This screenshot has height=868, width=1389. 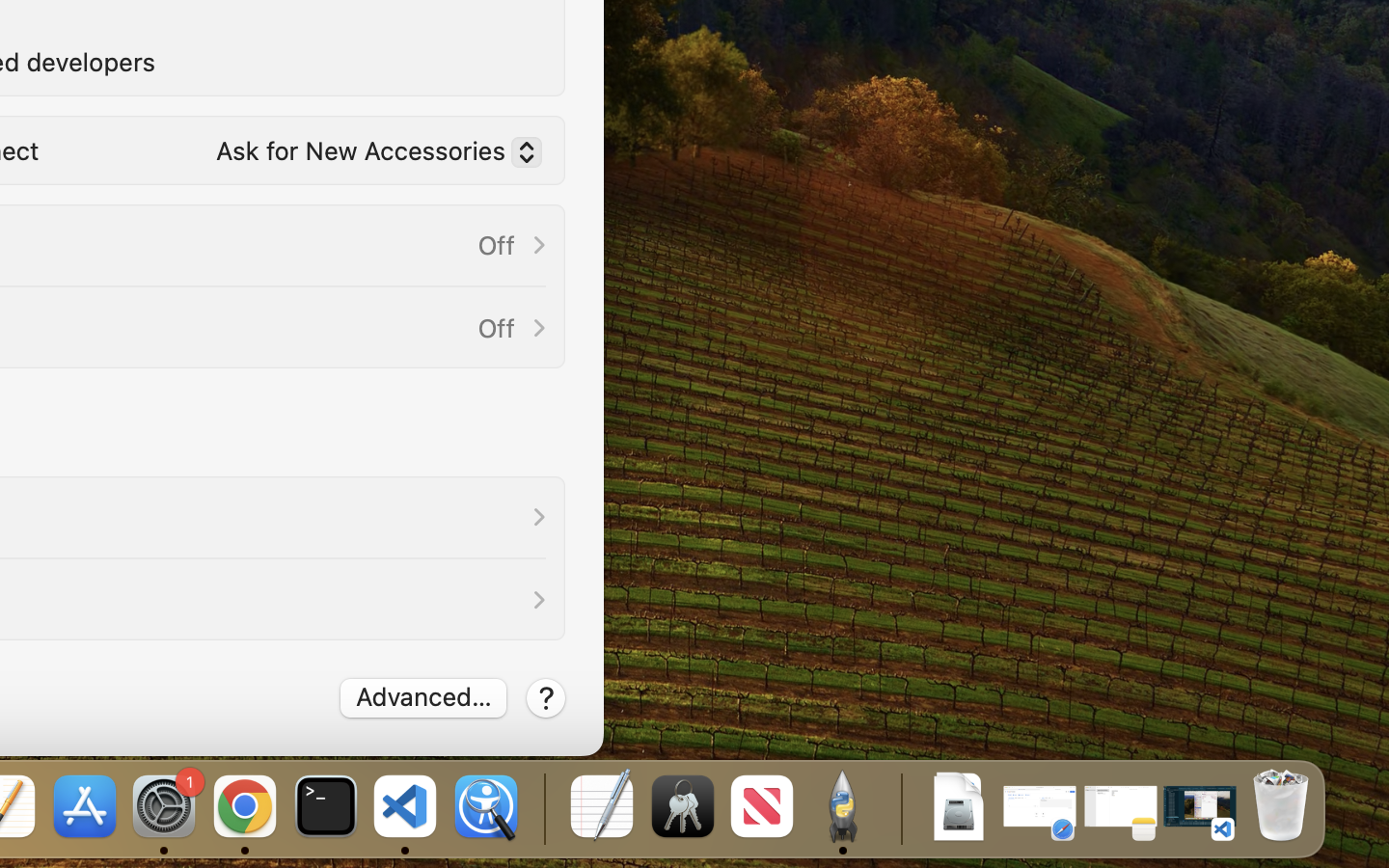 What do you see at coordinates (542, 807) in the screenshot?
I see `'0.4285714328289032'` at bounding box center [542, 807].